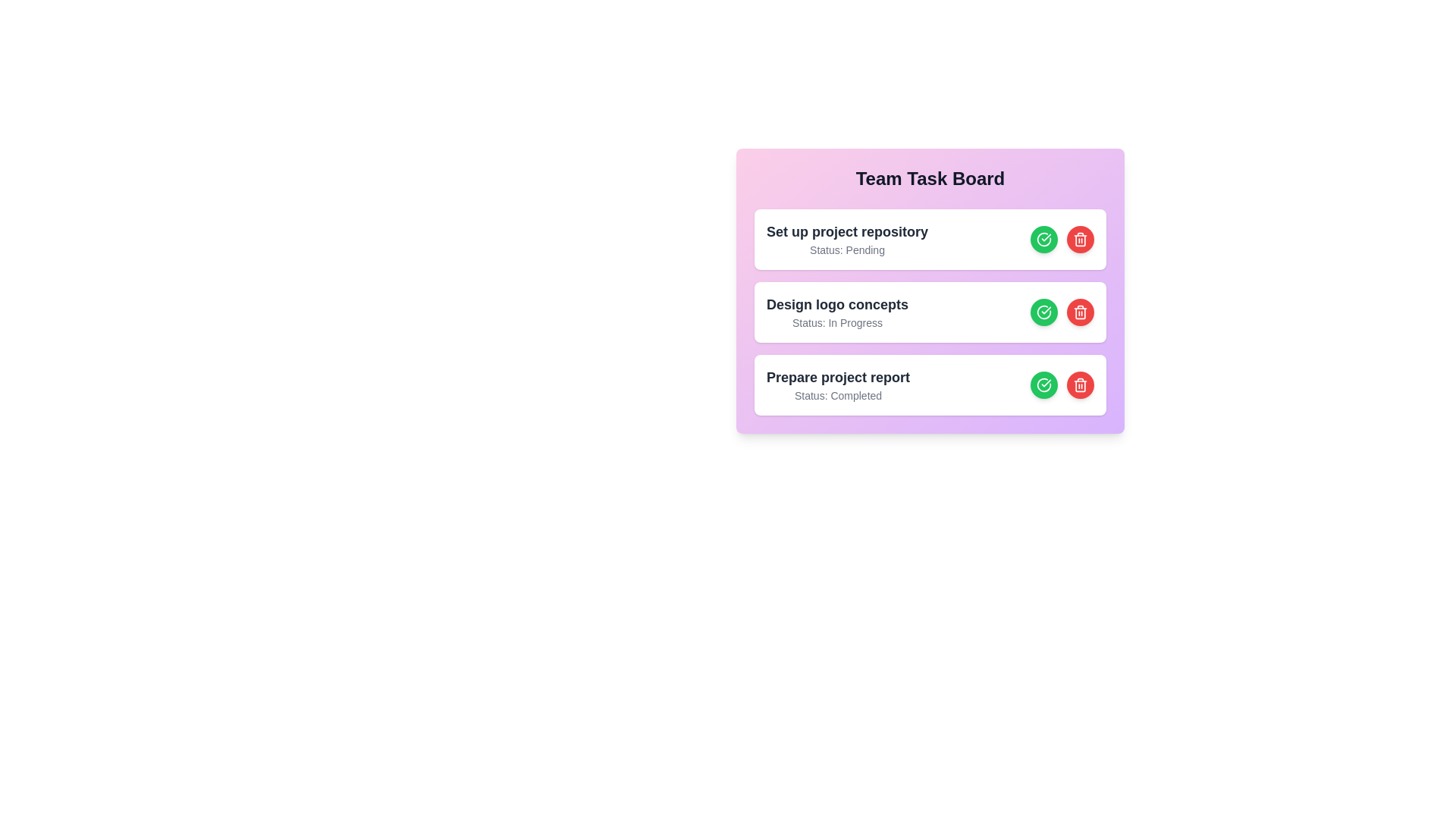 The width and height of the screenshot is (1456, 819). I want to click on 'Complete Task' button for the task 3, so click(1043, 384).